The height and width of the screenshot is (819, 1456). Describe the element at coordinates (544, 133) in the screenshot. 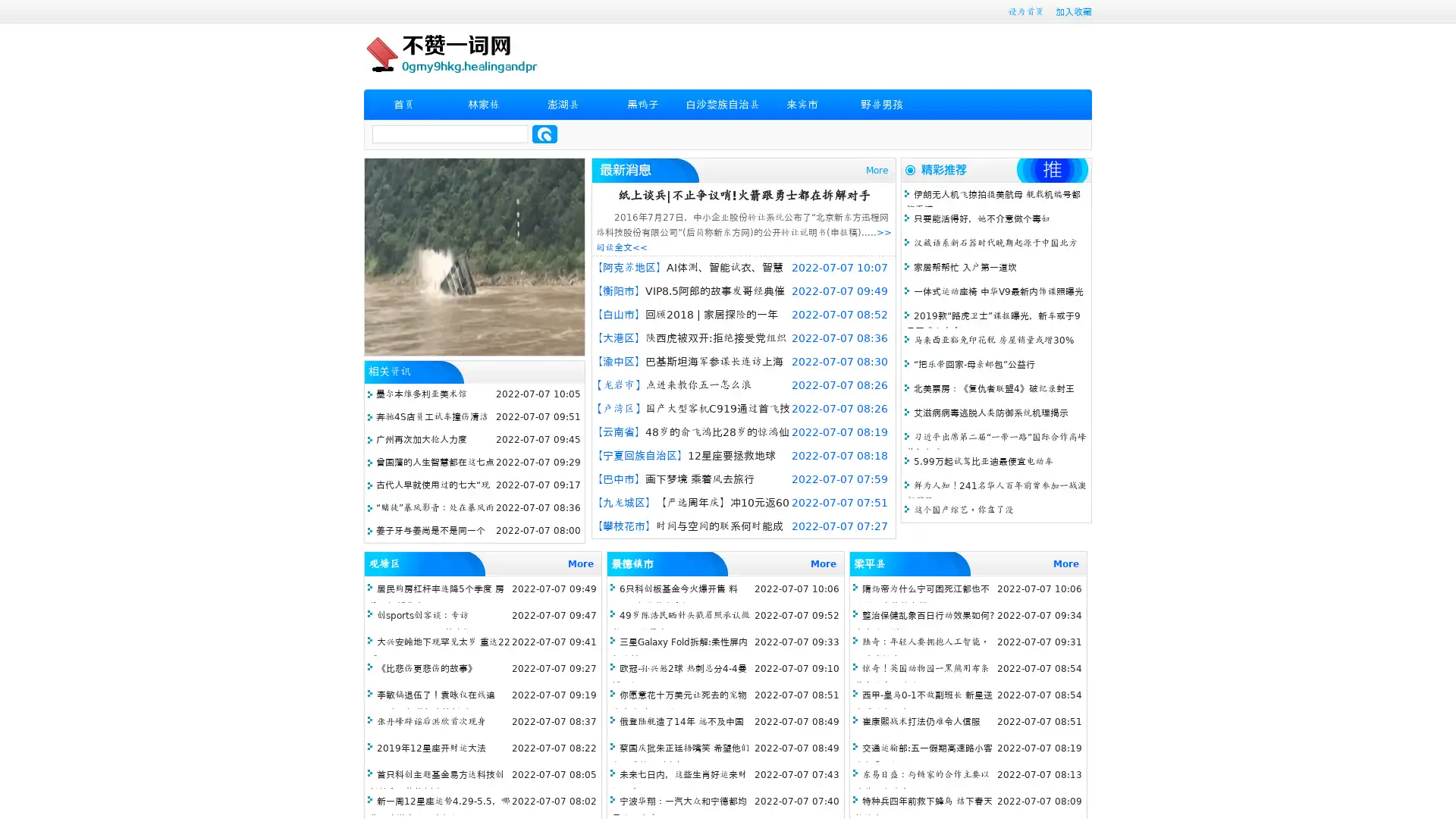

I see `Search` at that location.